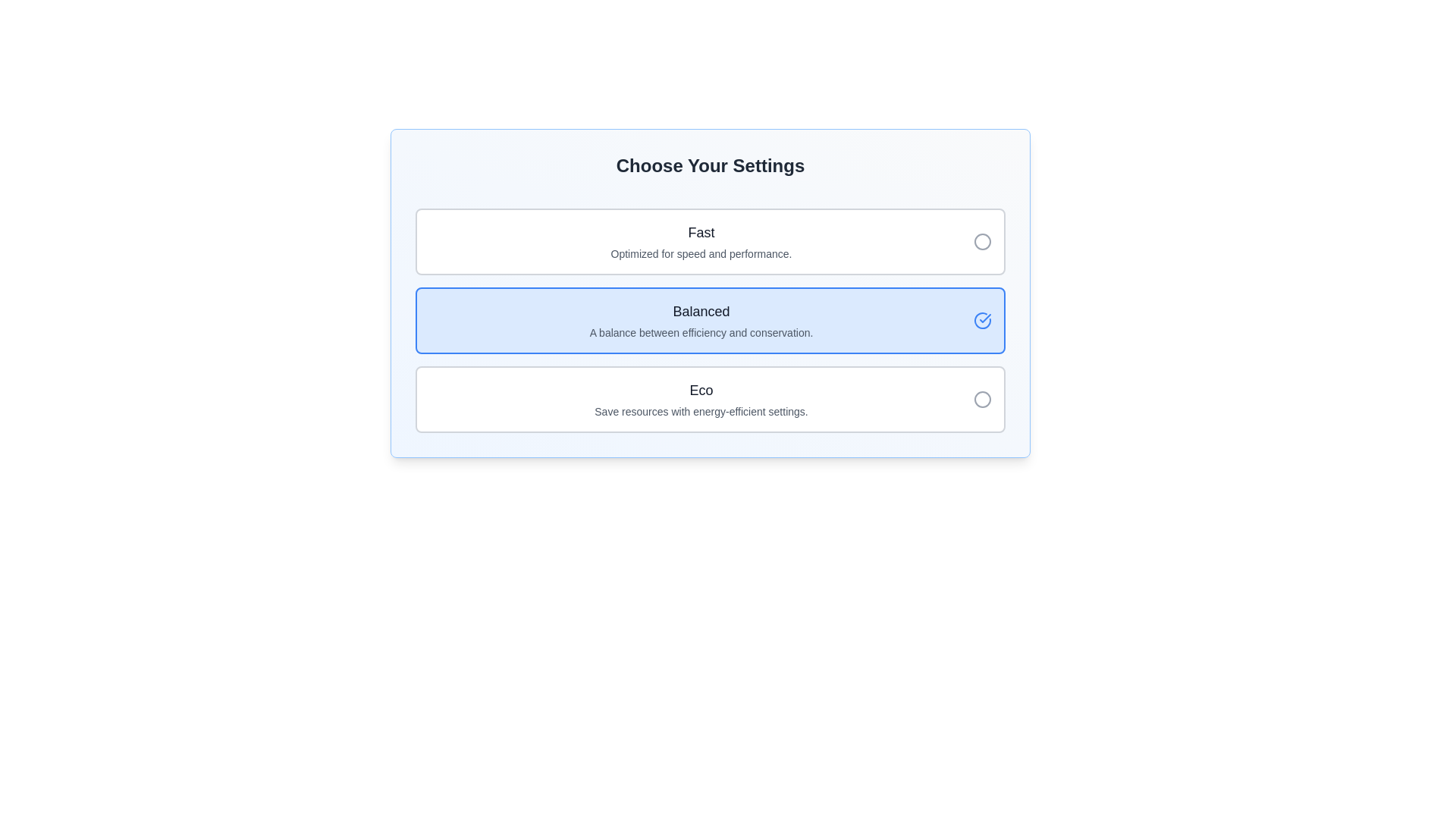 This screenshot has width=1456, height=819. I want to click on the 'Balanced' selectable card option in the settings menu, so click(709, 293).